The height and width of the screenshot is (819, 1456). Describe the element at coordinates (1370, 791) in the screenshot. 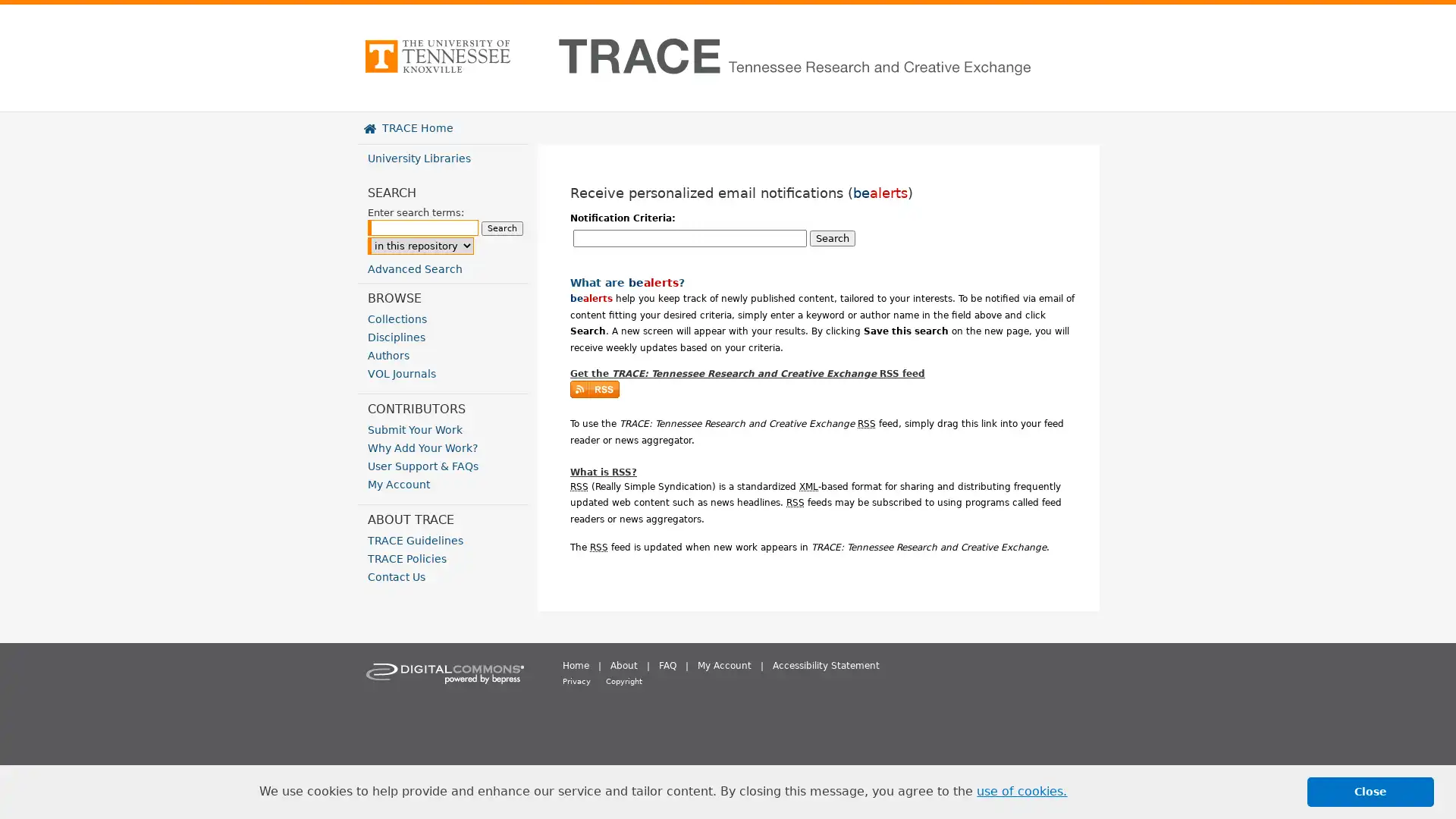

I see `dismiss cookie message` at that location.